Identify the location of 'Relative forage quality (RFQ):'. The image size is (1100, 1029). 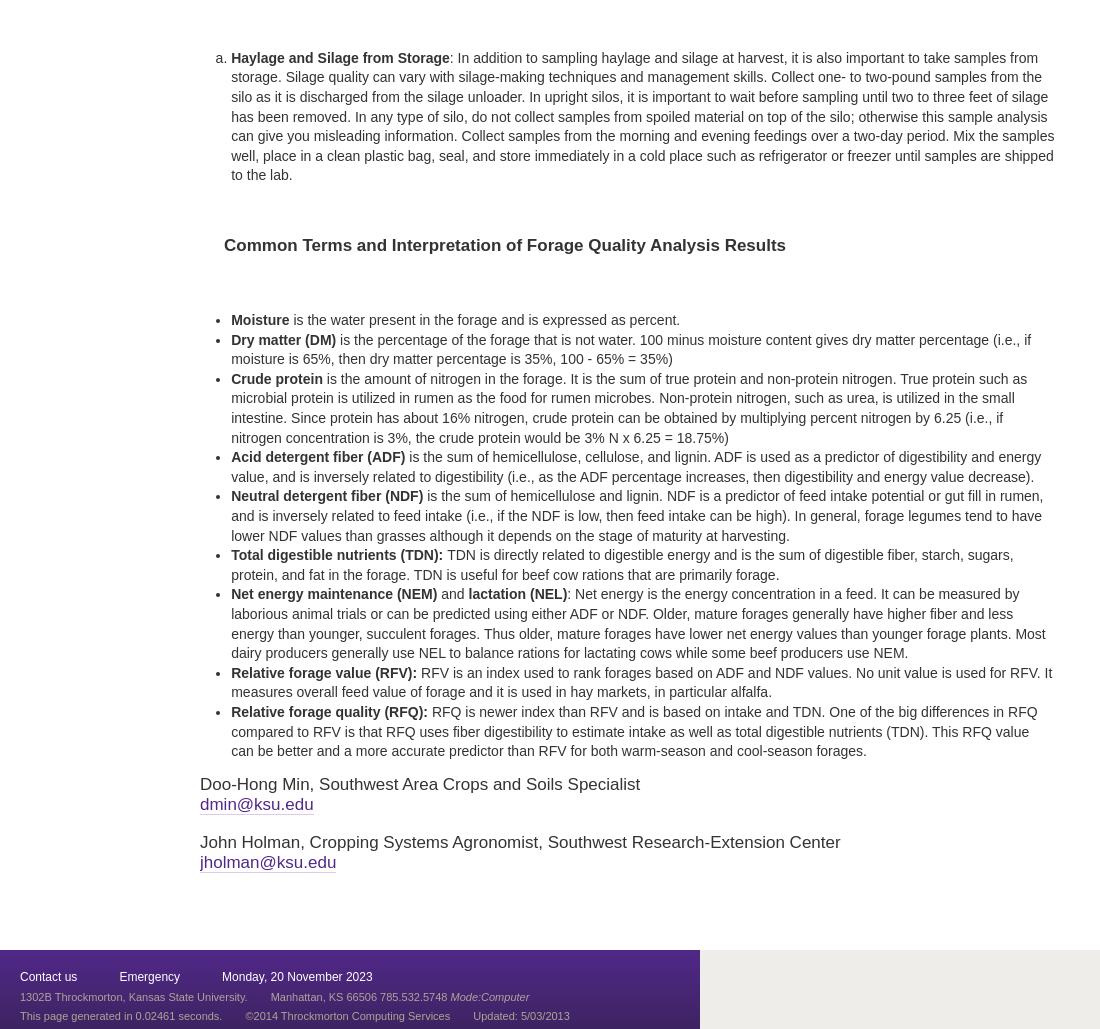
(328, 710).